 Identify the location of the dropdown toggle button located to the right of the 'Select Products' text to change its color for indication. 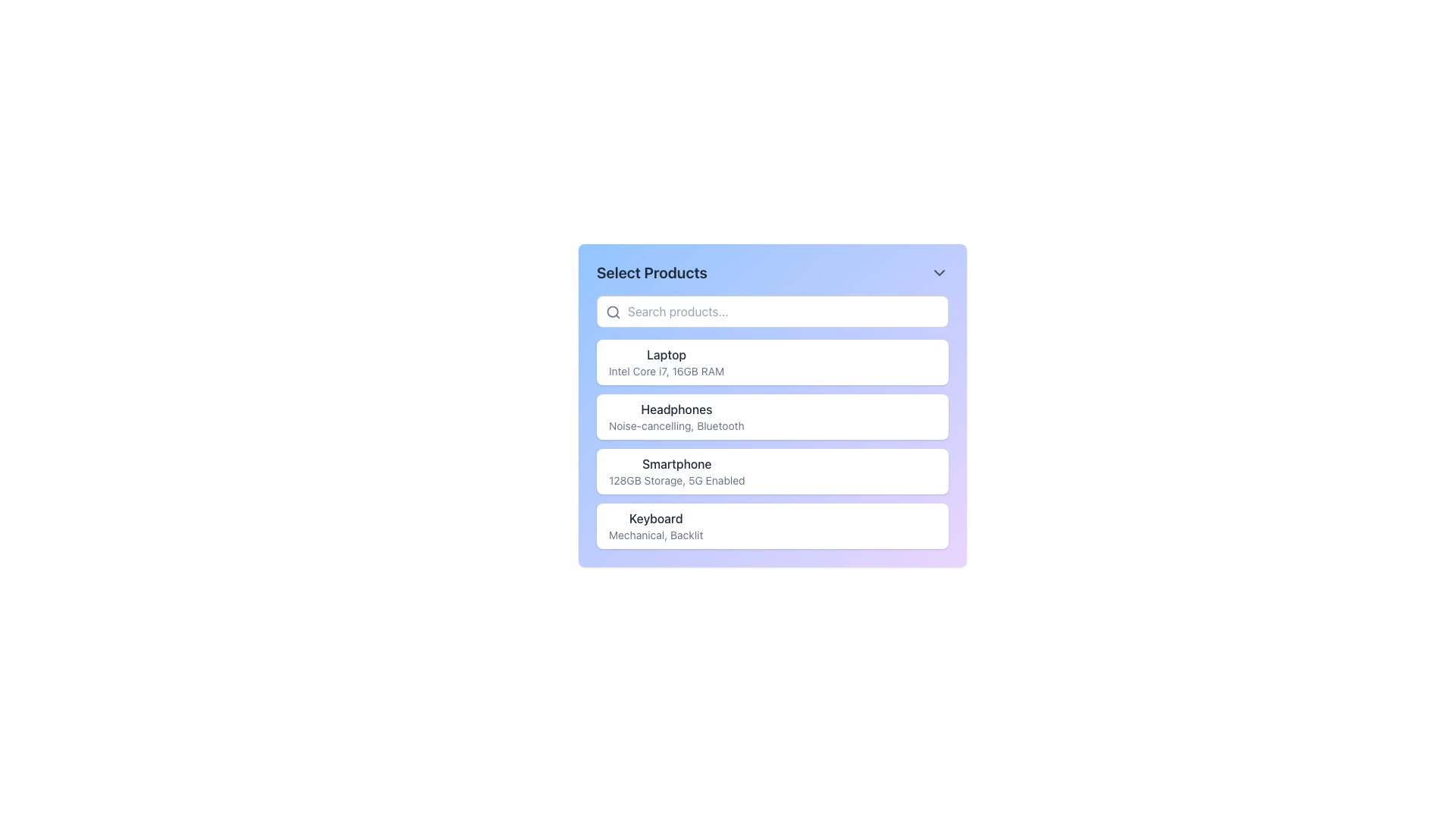
(938, 271).